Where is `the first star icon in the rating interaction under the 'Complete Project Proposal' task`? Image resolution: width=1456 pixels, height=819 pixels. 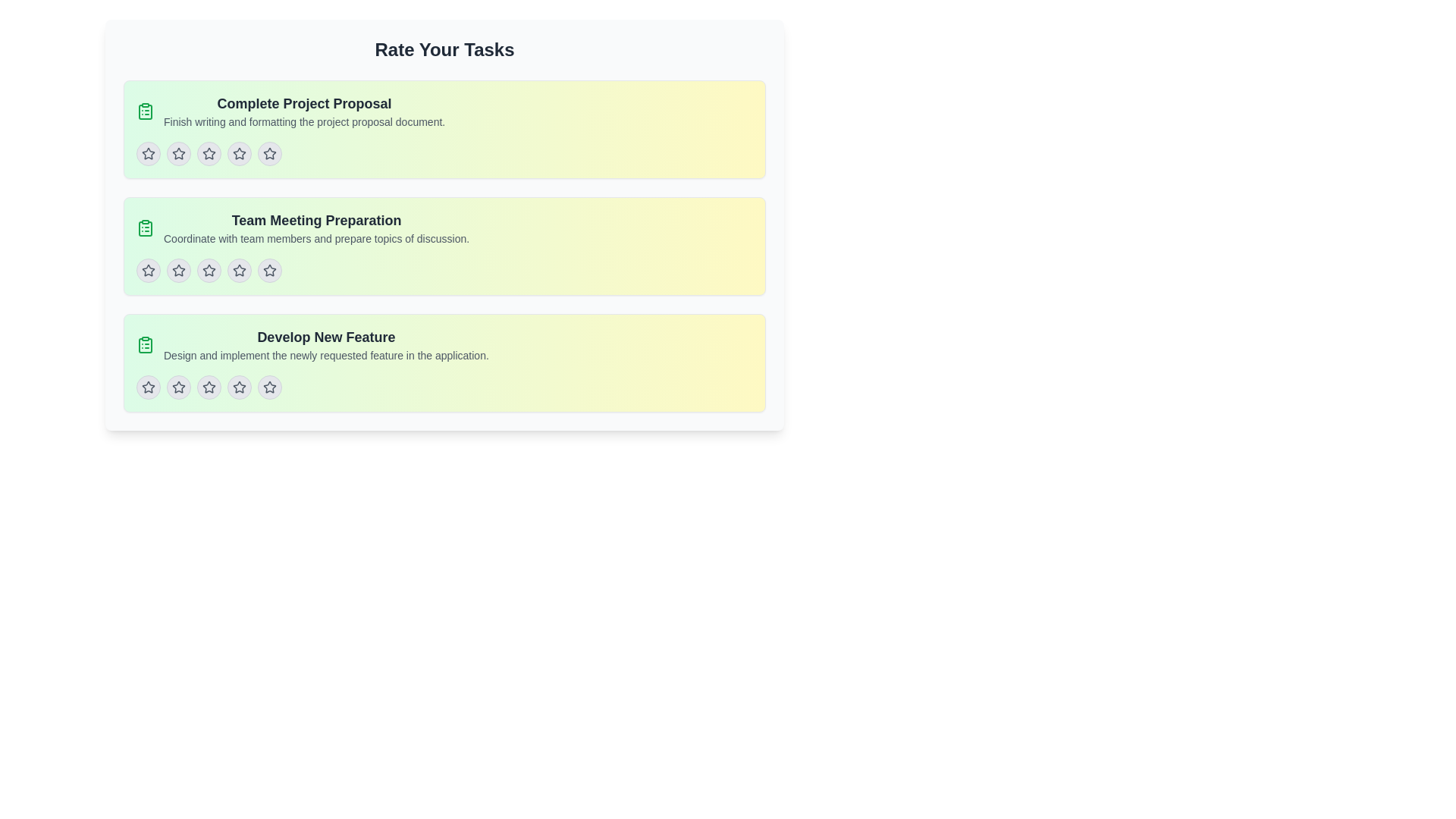 the first star icon in the rating interaction under the 'Complete Project Proposal' task is located at coordinates (178, 153).